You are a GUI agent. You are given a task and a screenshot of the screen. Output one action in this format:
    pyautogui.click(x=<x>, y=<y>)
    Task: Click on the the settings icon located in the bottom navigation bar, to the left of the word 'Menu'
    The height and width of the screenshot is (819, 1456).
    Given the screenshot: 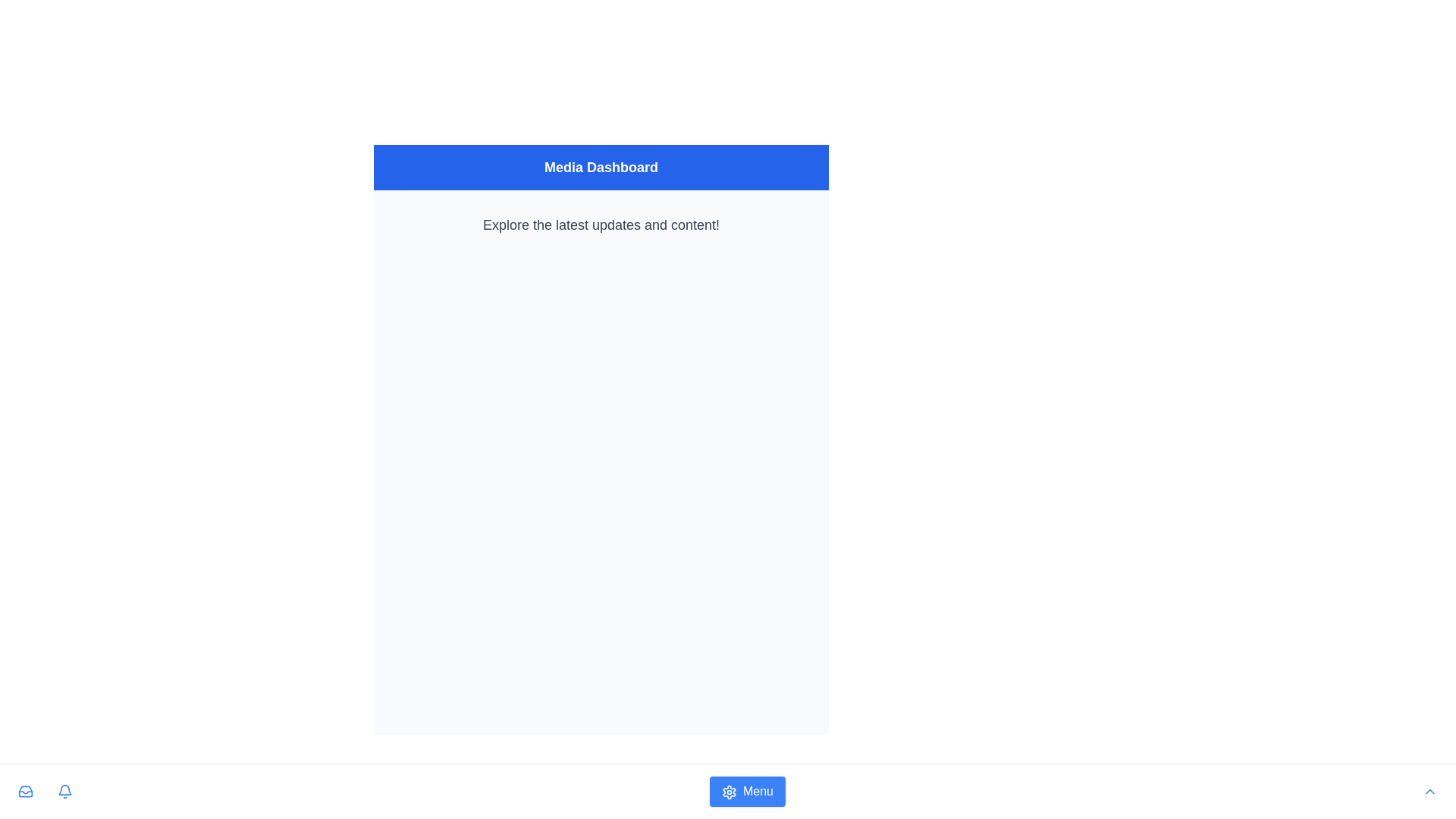 What is the action you would take?
    pyautogui.click(x=729, y=791)
    